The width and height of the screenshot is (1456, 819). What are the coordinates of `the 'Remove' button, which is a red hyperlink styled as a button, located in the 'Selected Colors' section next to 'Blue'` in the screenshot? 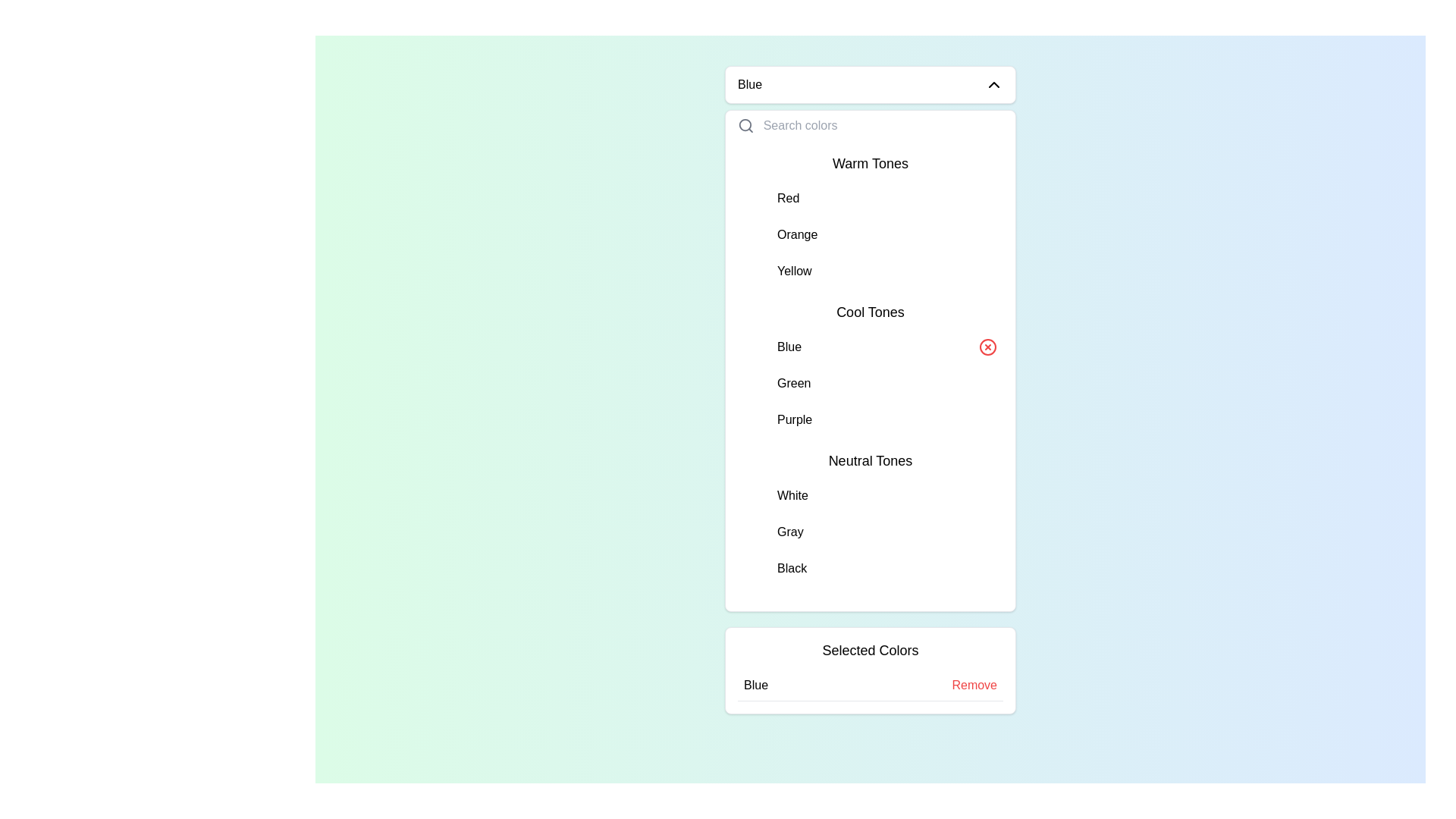 It's located at (974, 685).